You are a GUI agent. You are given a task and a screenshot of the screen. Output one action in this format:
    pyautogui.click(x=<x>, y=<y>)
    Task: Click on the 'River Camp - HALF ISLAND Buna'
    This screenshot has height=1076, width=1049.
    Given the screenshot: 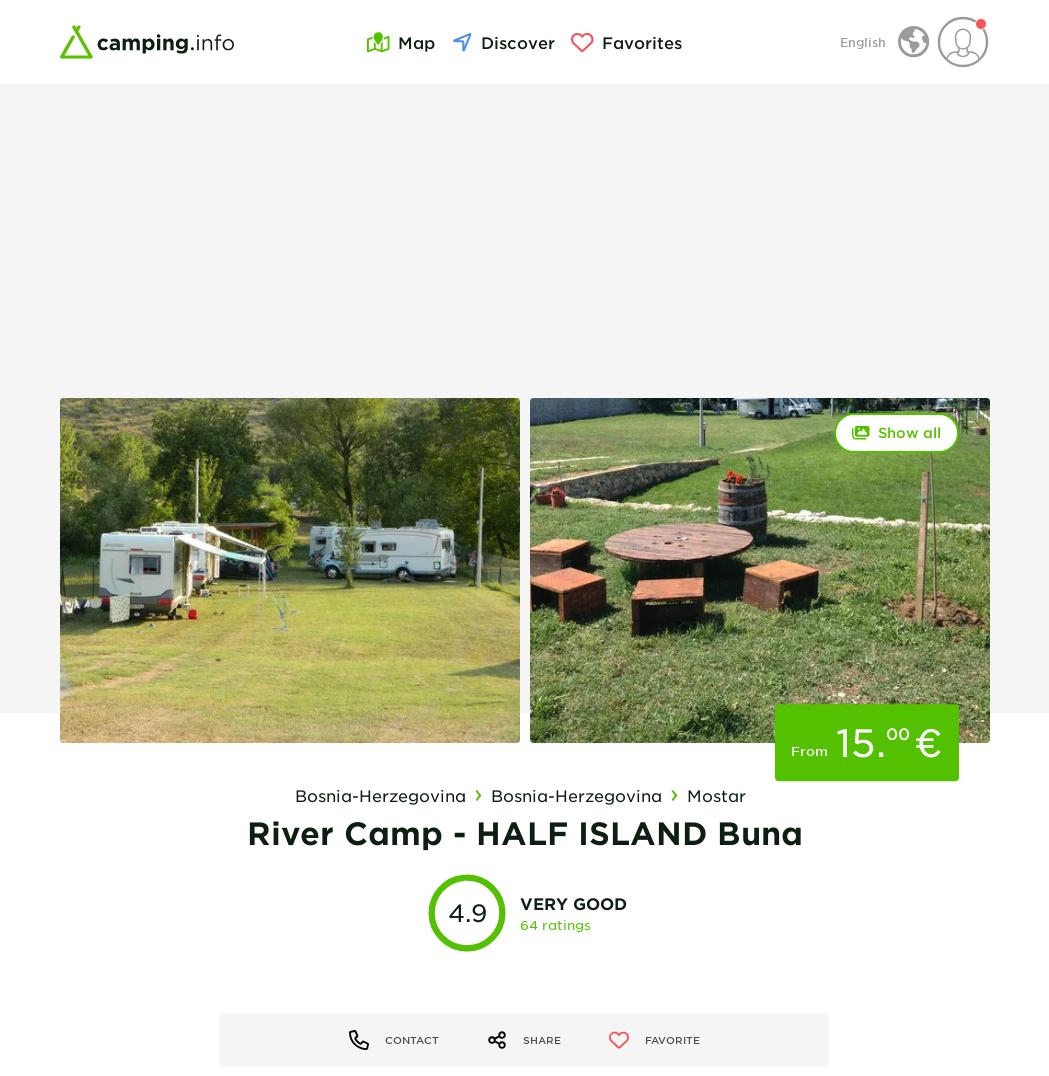 What is the action you would take?
    pyautogui.click(x=522, y=832)
    